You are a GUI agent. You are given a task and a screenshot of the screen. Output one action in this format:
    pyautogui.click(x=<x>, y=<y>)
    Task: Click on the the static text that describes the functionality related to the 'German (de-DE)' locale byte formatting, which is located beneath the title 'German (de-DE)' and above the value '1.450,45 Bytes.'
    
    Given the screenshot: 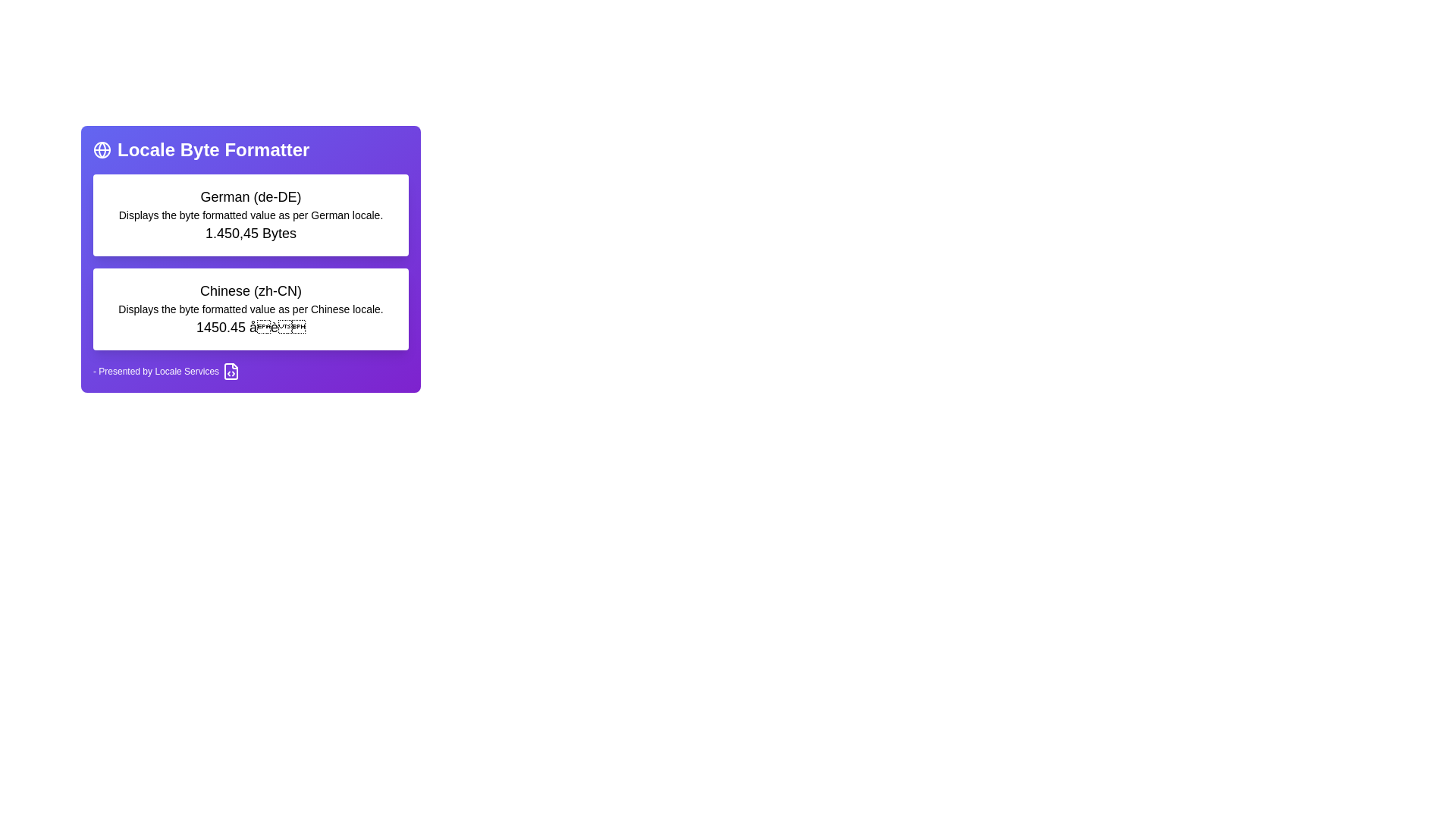 What is the action you would take?
    pyautogui.click(x=251, y=215)
    